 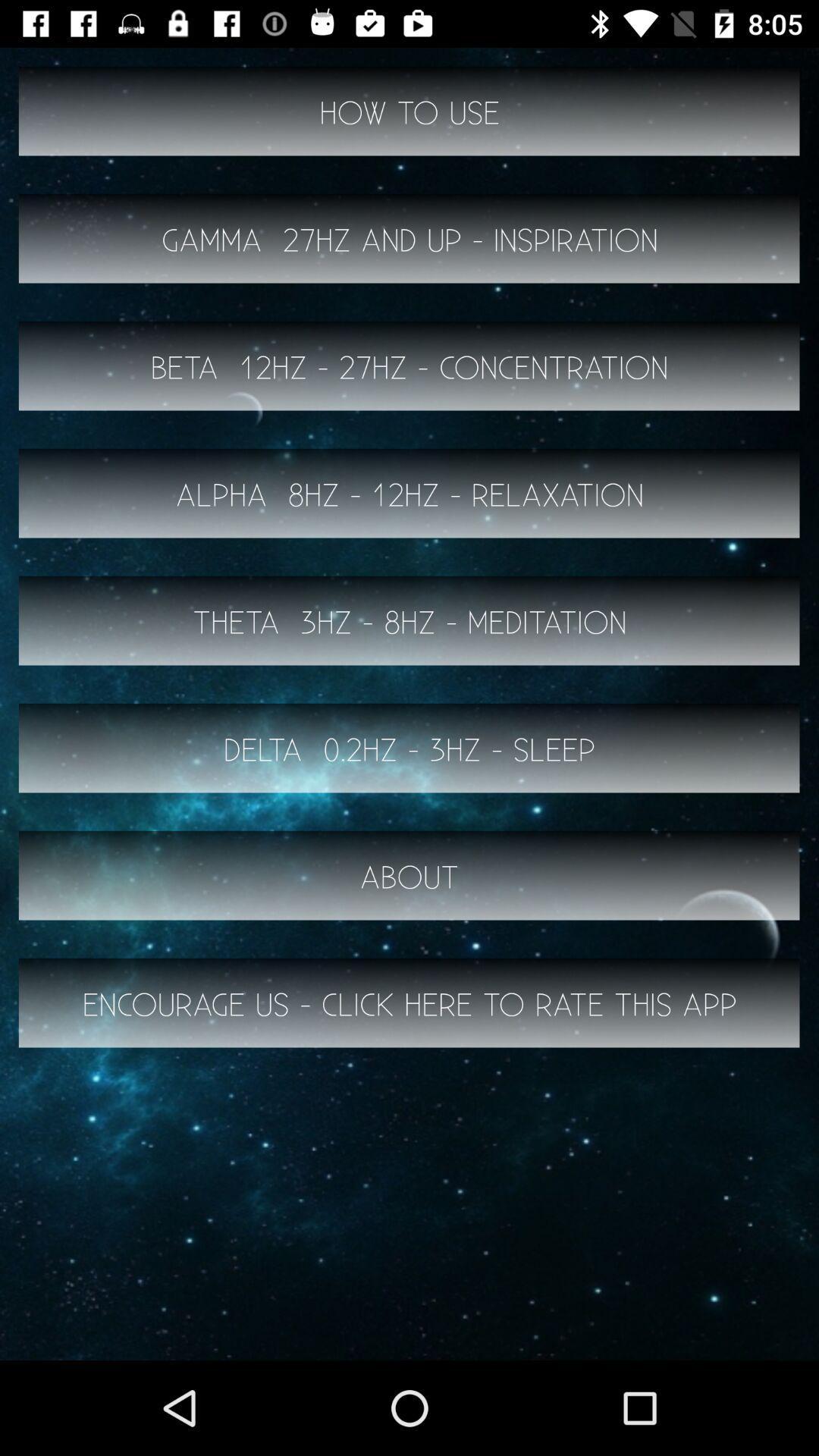 What do you see at coordinates (409, 111) in the screenshot?
I see `the how to use` at bounding box center [409, 111].